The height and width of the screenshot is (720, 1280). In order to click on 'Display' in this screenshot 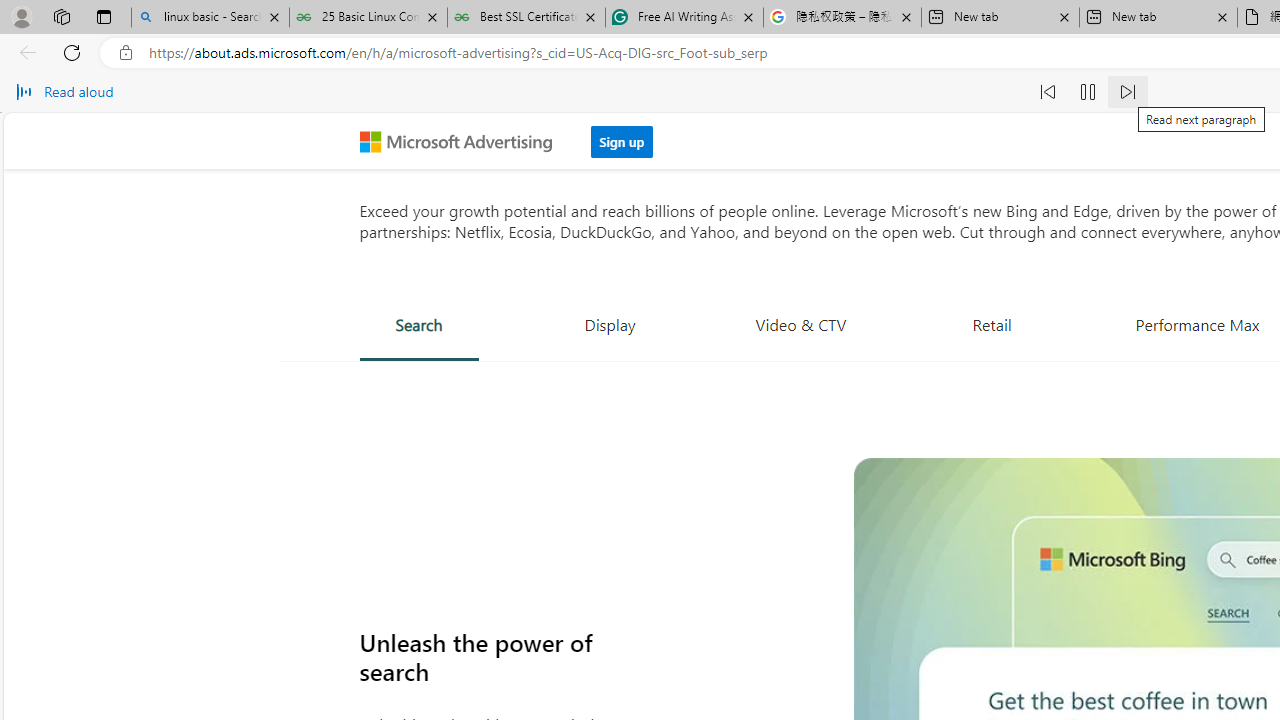, I will do `click(608, 323)`.